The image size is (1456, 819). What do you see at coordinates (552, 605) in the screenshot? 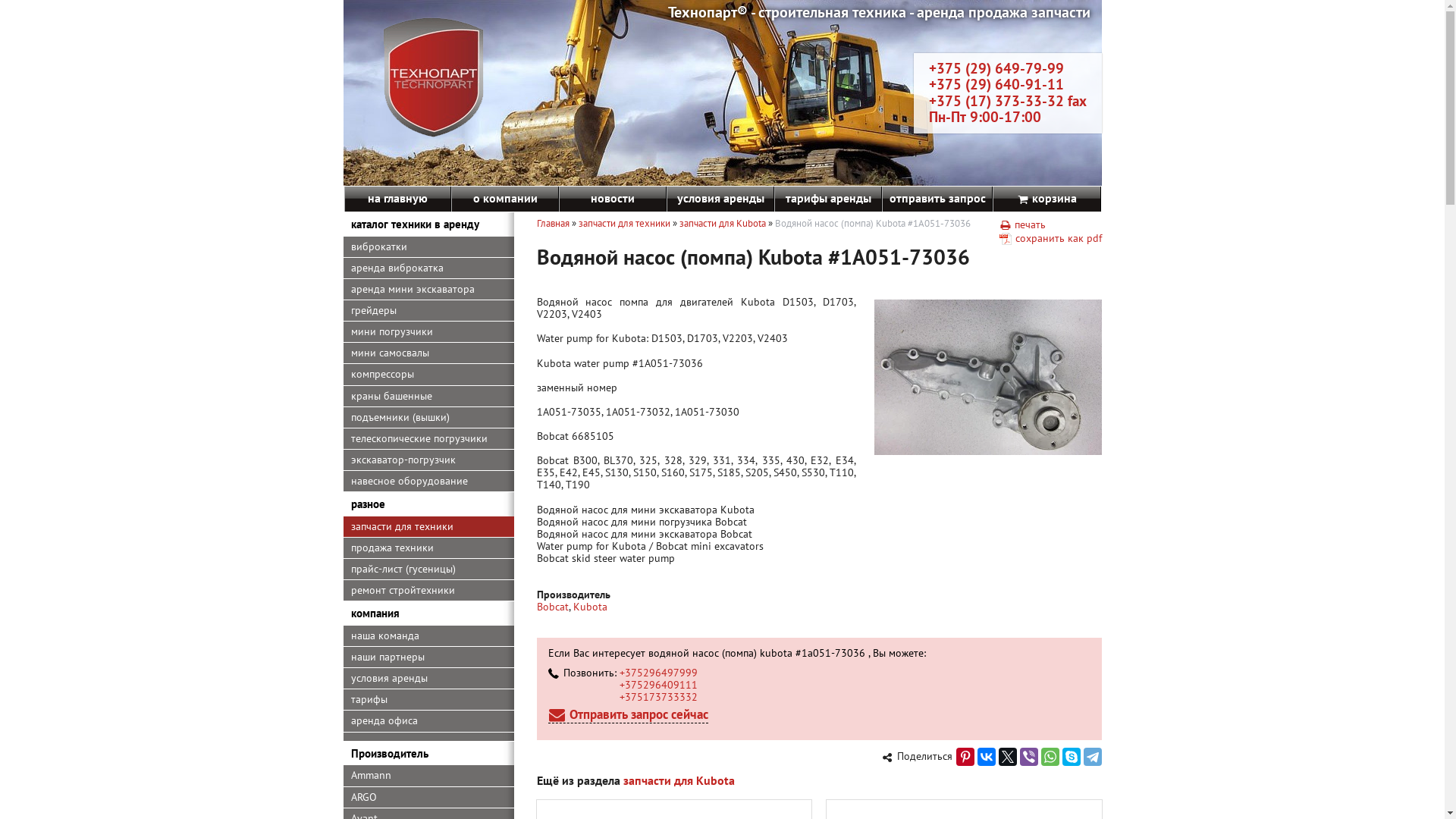
I see `'Bobcat'` at bounding box center [552, 605].